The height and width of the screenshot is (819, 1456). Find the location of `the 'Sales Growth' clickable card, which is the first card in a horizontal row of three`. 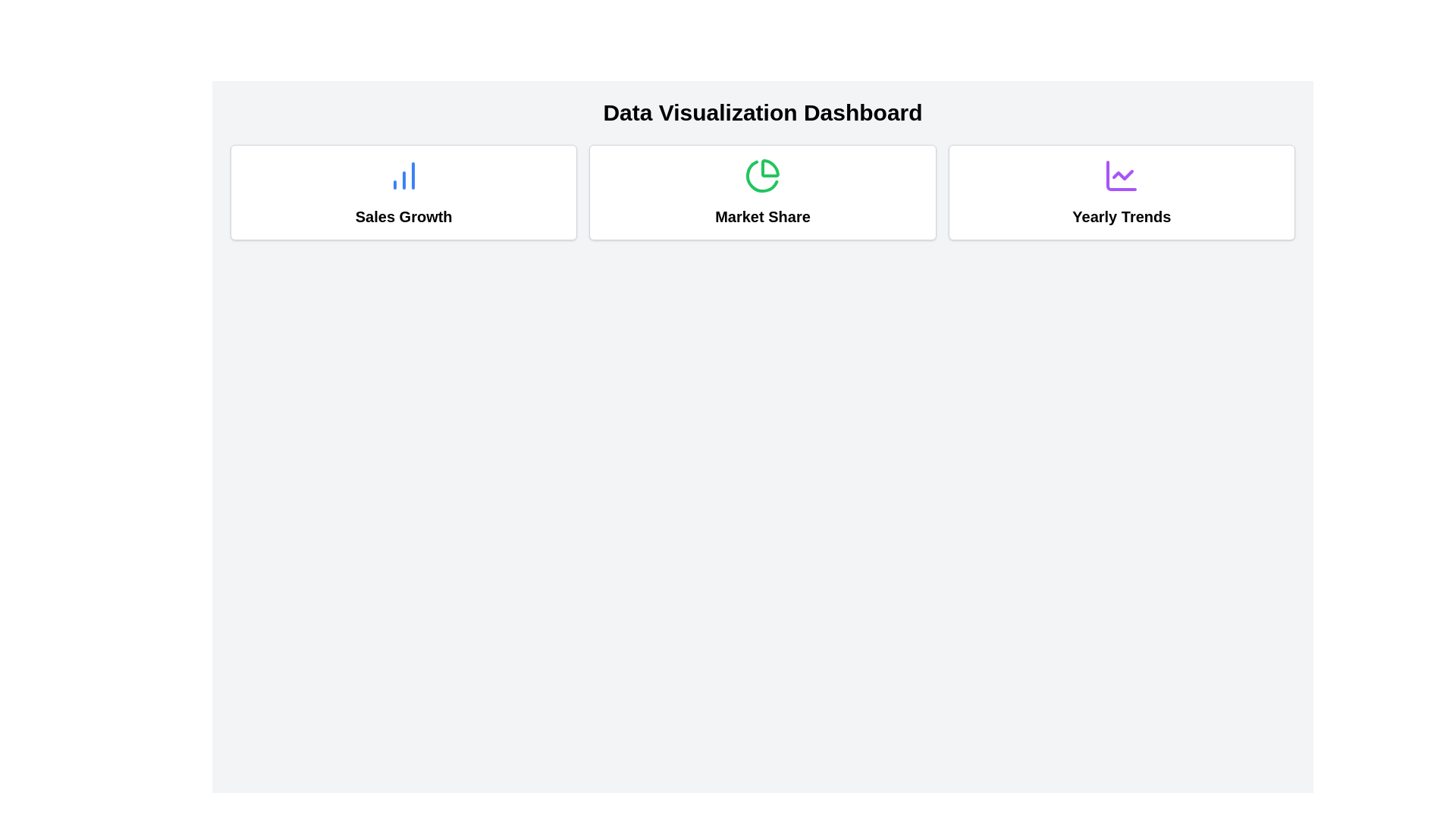

the 'Sales Growth' clickable card, which is the first card in a horizontal row of three is located at coordinates (403, 192).